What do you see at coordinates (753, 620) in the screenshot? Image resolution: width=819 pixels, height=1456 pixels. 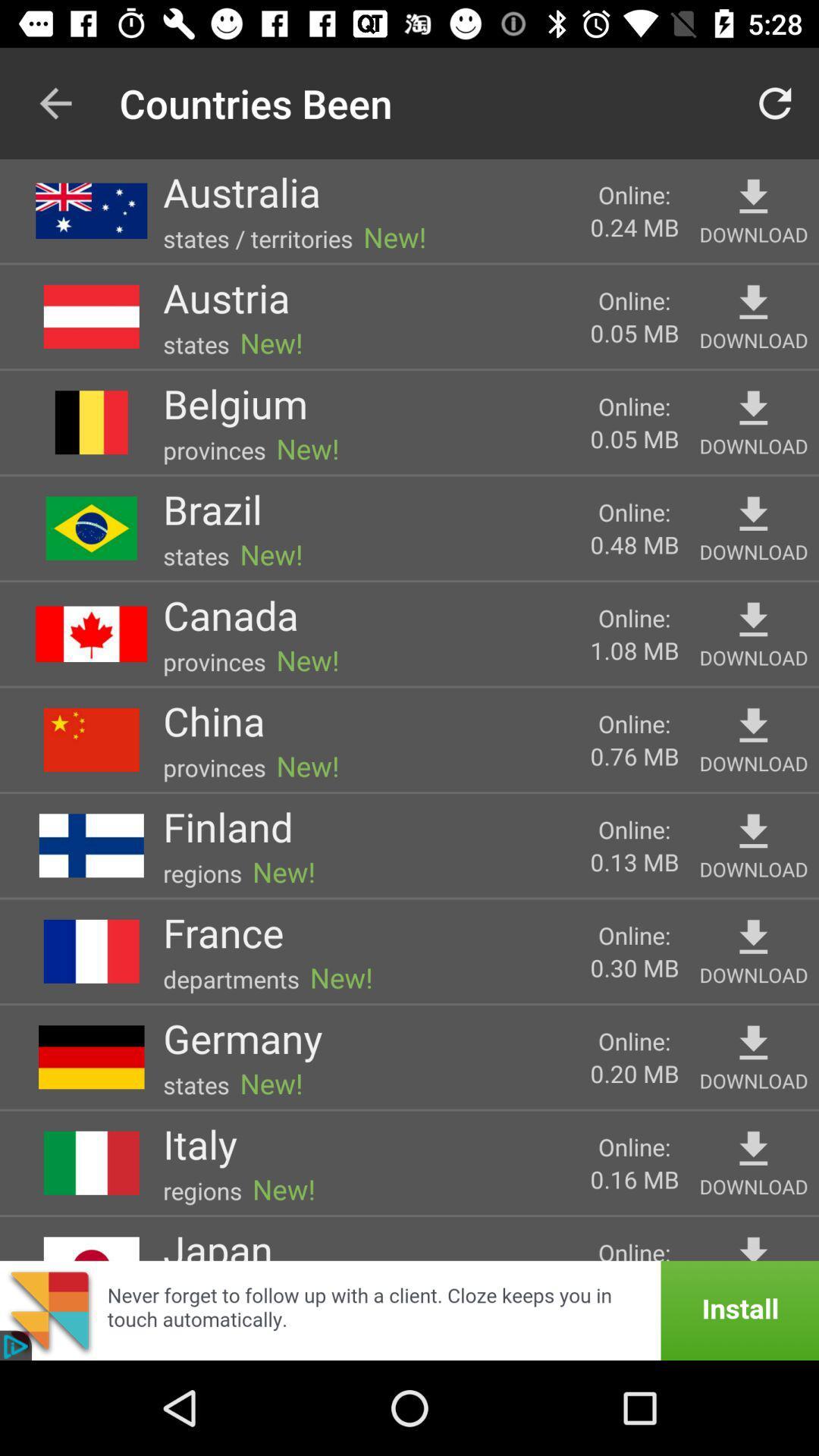 I see `download item` at bounding box center [753, 620].